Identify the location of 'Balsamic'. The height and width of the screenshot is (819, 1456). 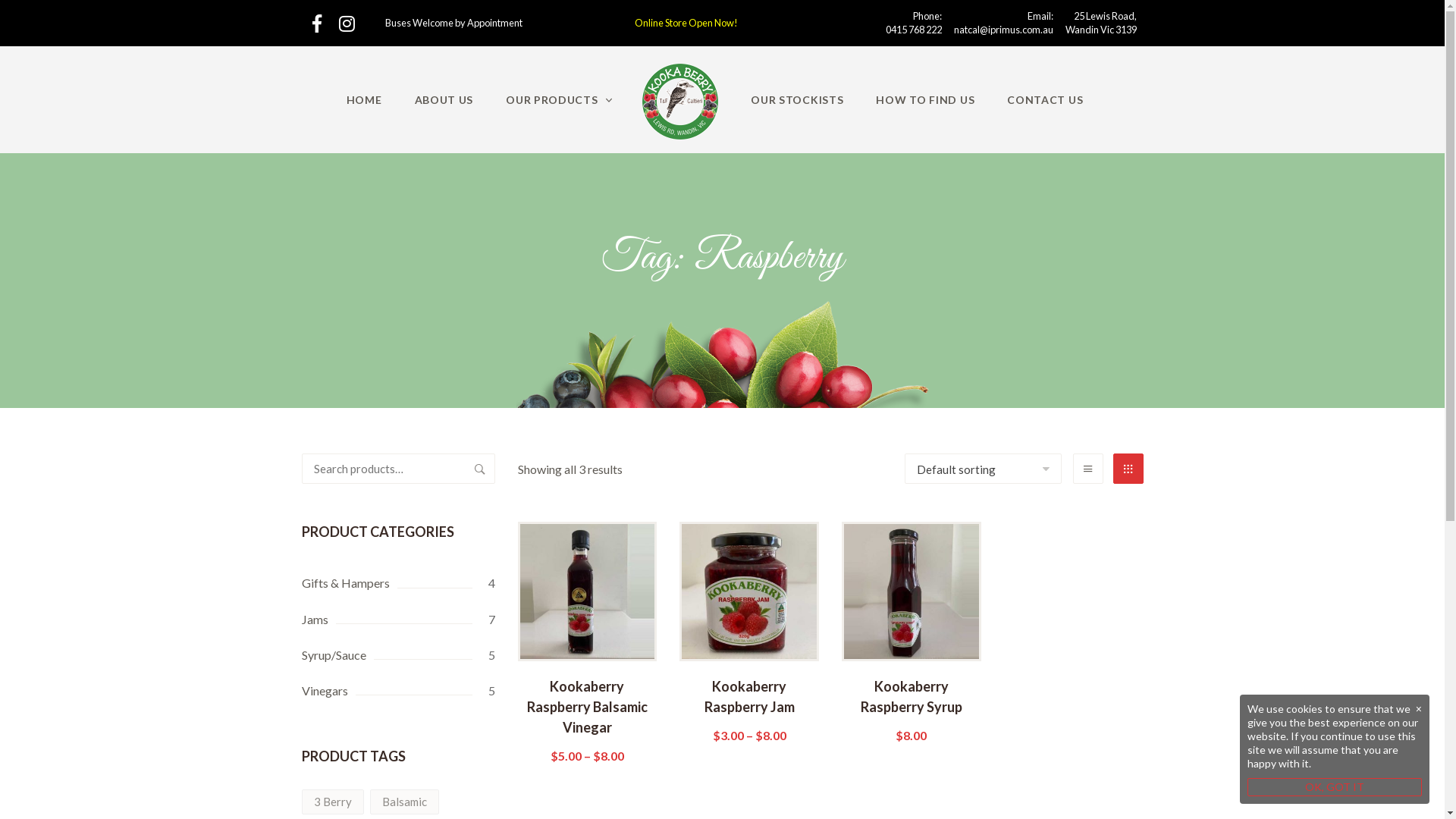
(404, 801).